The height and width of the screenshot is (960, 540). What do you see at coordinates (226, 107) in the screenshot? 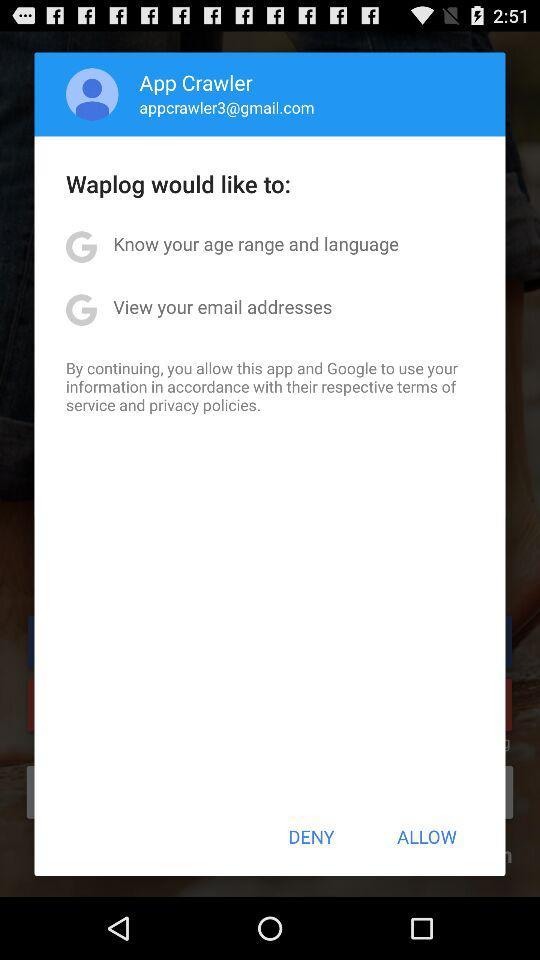
I see `the app above the waplog would like icon` at bounding box center [226, 107].